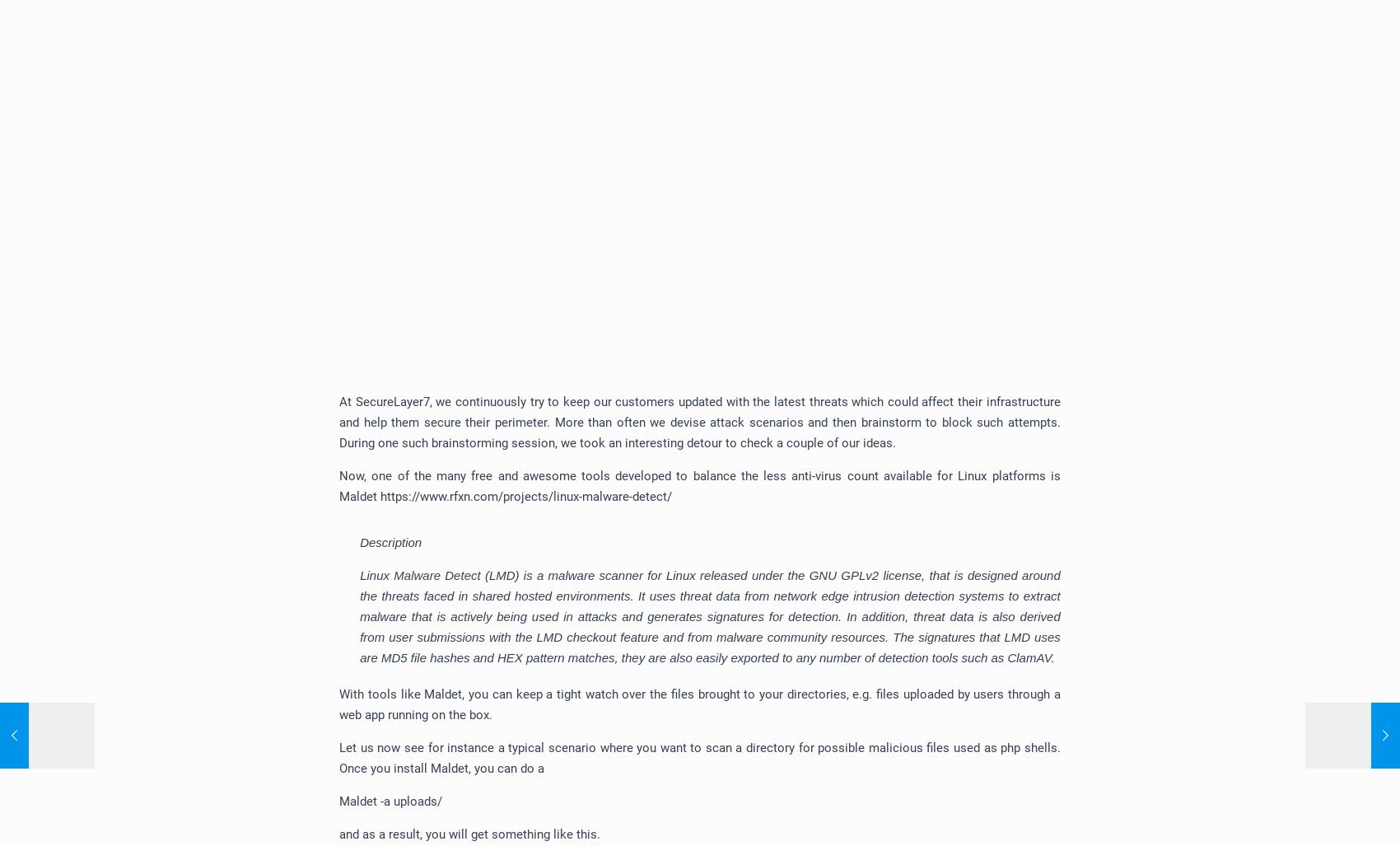 The image size is (1400, 846). I want to click on 'Malware Detect', so click(394, 575).